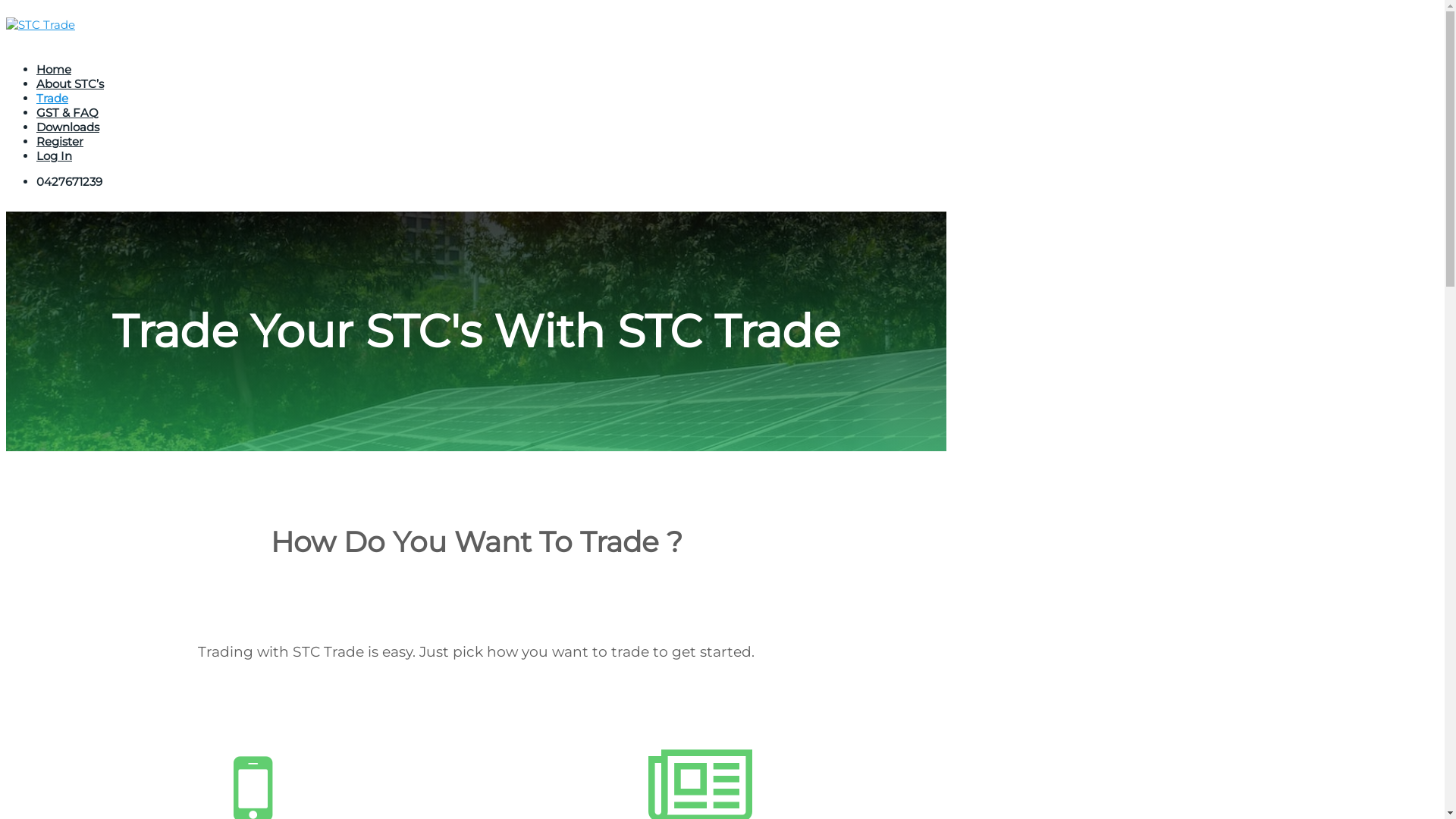 The height and width of the screenshot is (819, 1456). I want to click on 'Log In', so click(54, 155).